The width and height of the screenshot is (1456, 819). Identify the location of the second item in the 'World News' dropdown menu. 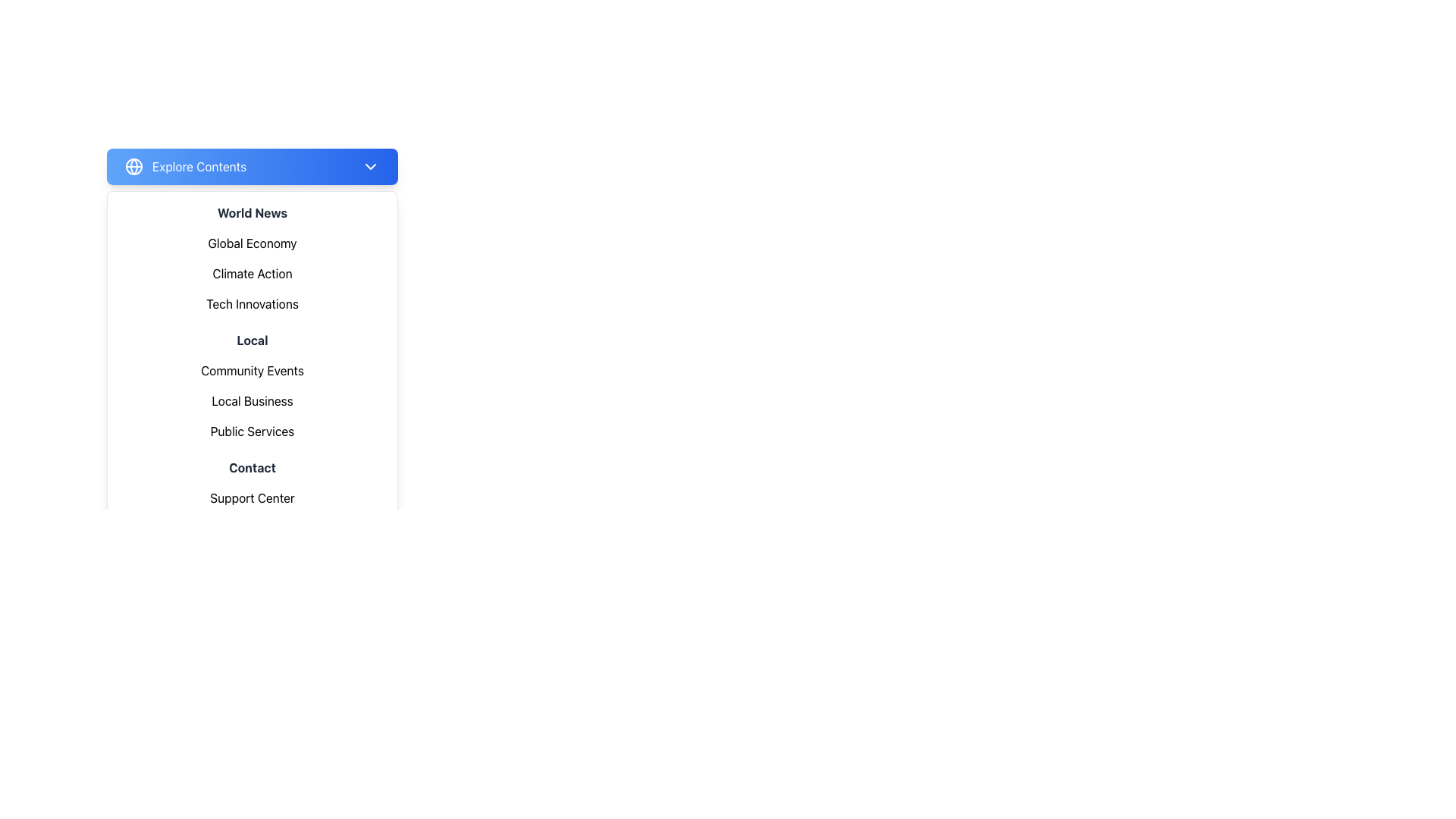
(252, 274).